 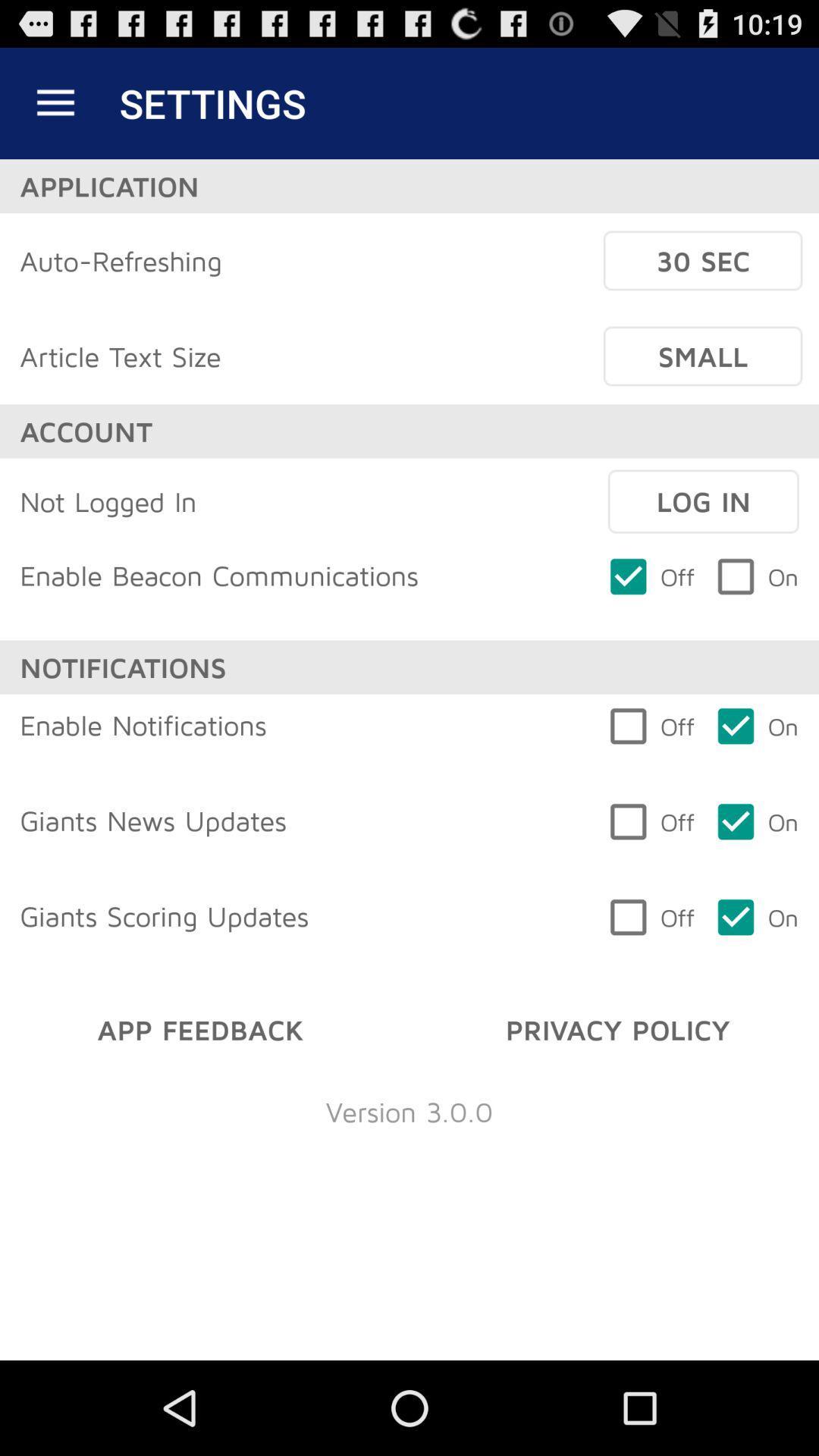 What do you see at coordinates (55, 102) in the screenshot?
I see `the item to the left of the settings` at bounding box center [55, 102].